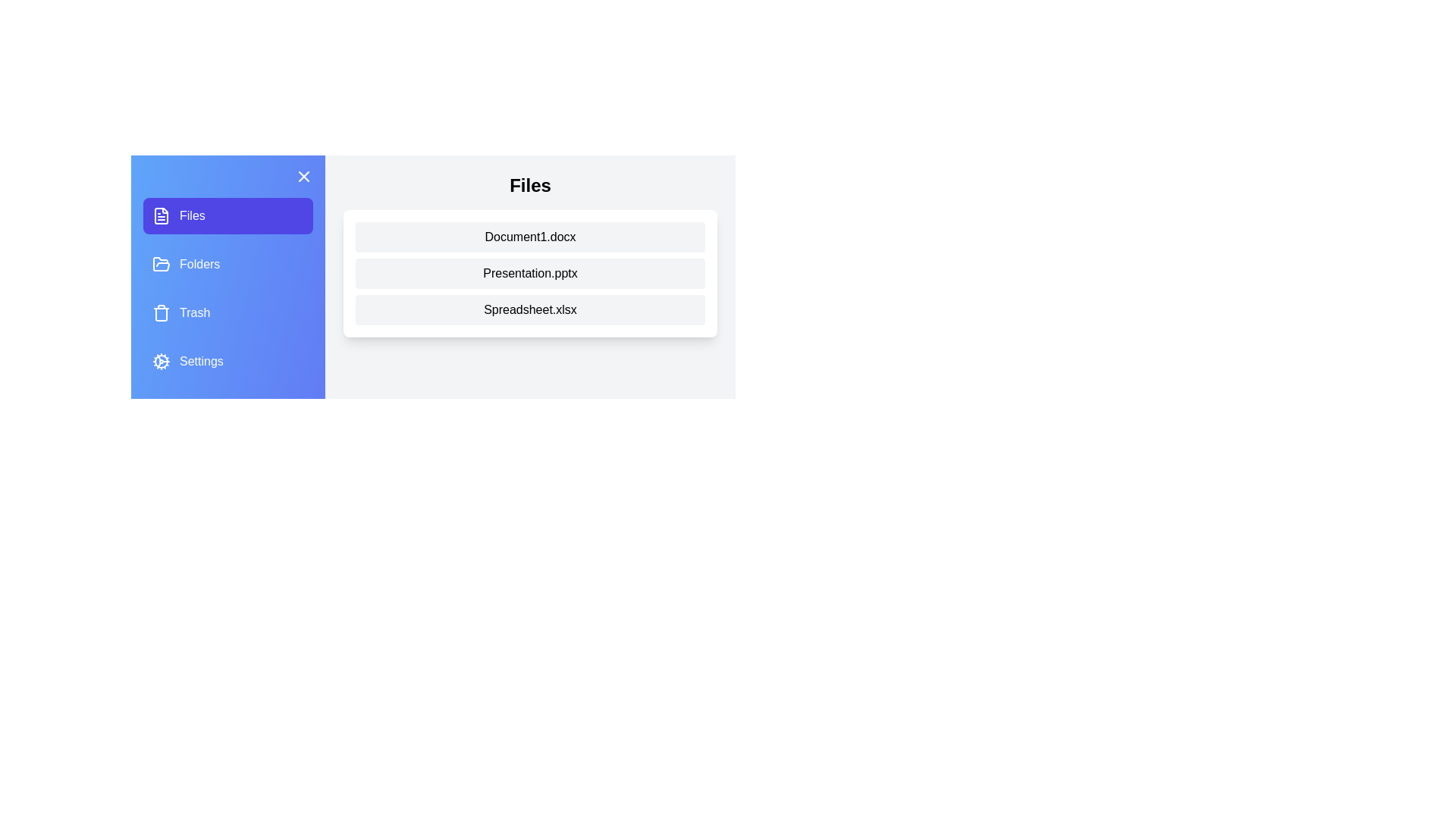  Describe the element at coordinates (227, 362) in the screenshot. I see `the Settings tab from the menu` at that location.